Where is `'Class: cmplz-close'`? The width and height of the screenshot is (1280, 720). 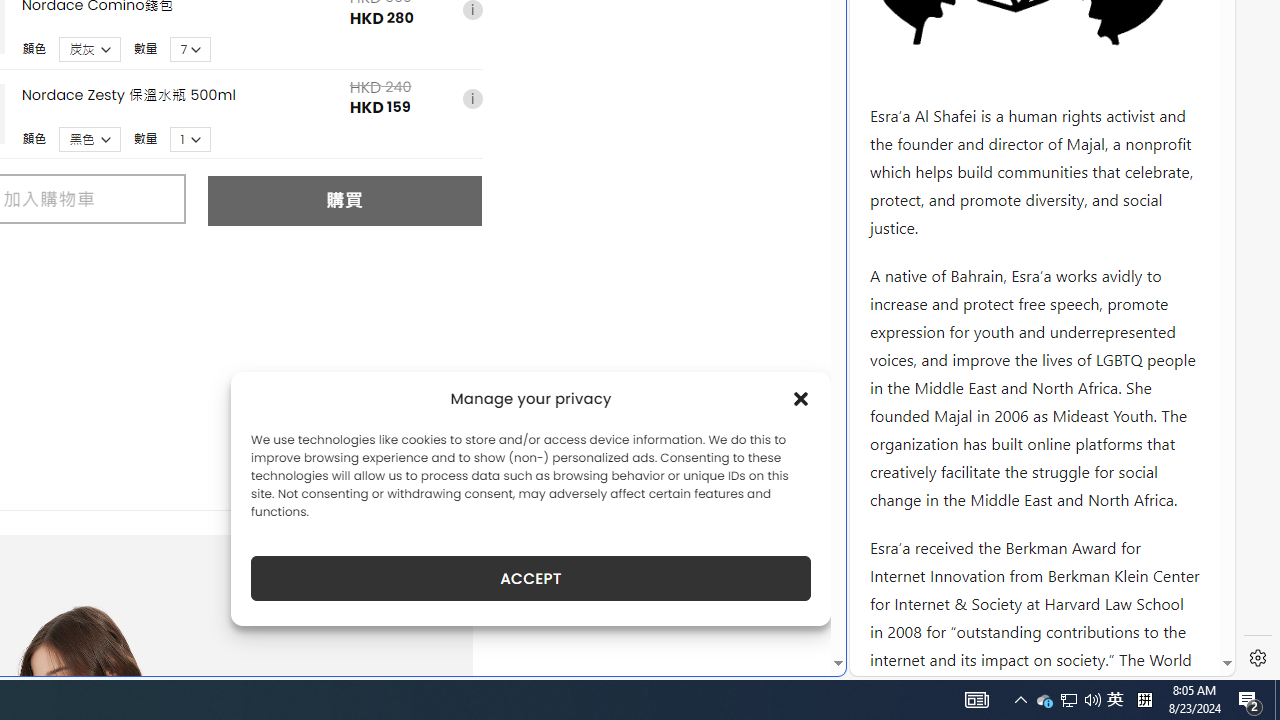
'Class: cmplz-close' is located at coordinates (801, 398).